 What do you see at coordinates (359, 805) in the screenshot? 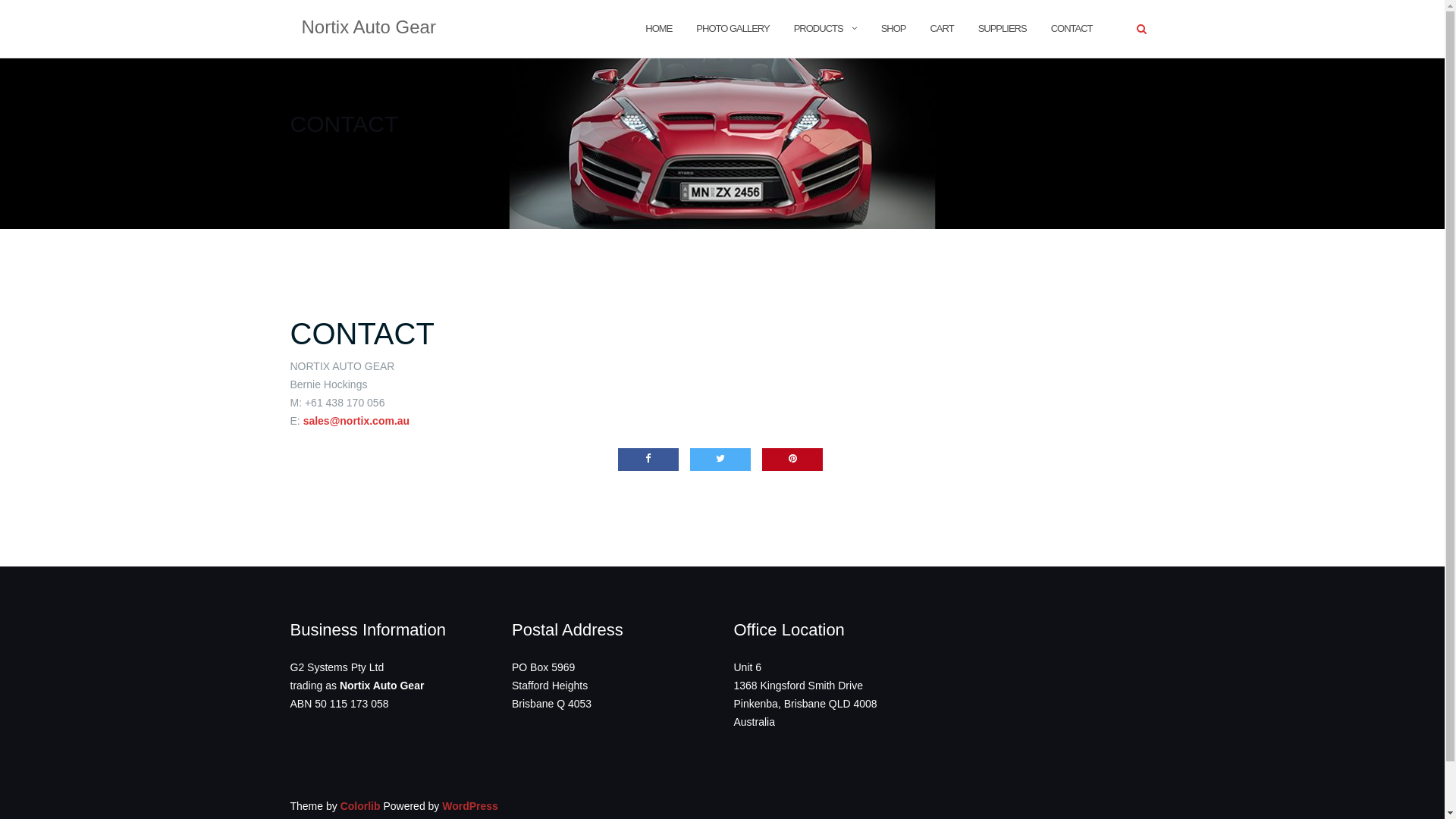
I see `'Colorlib'` at bounding box center [359, 805].